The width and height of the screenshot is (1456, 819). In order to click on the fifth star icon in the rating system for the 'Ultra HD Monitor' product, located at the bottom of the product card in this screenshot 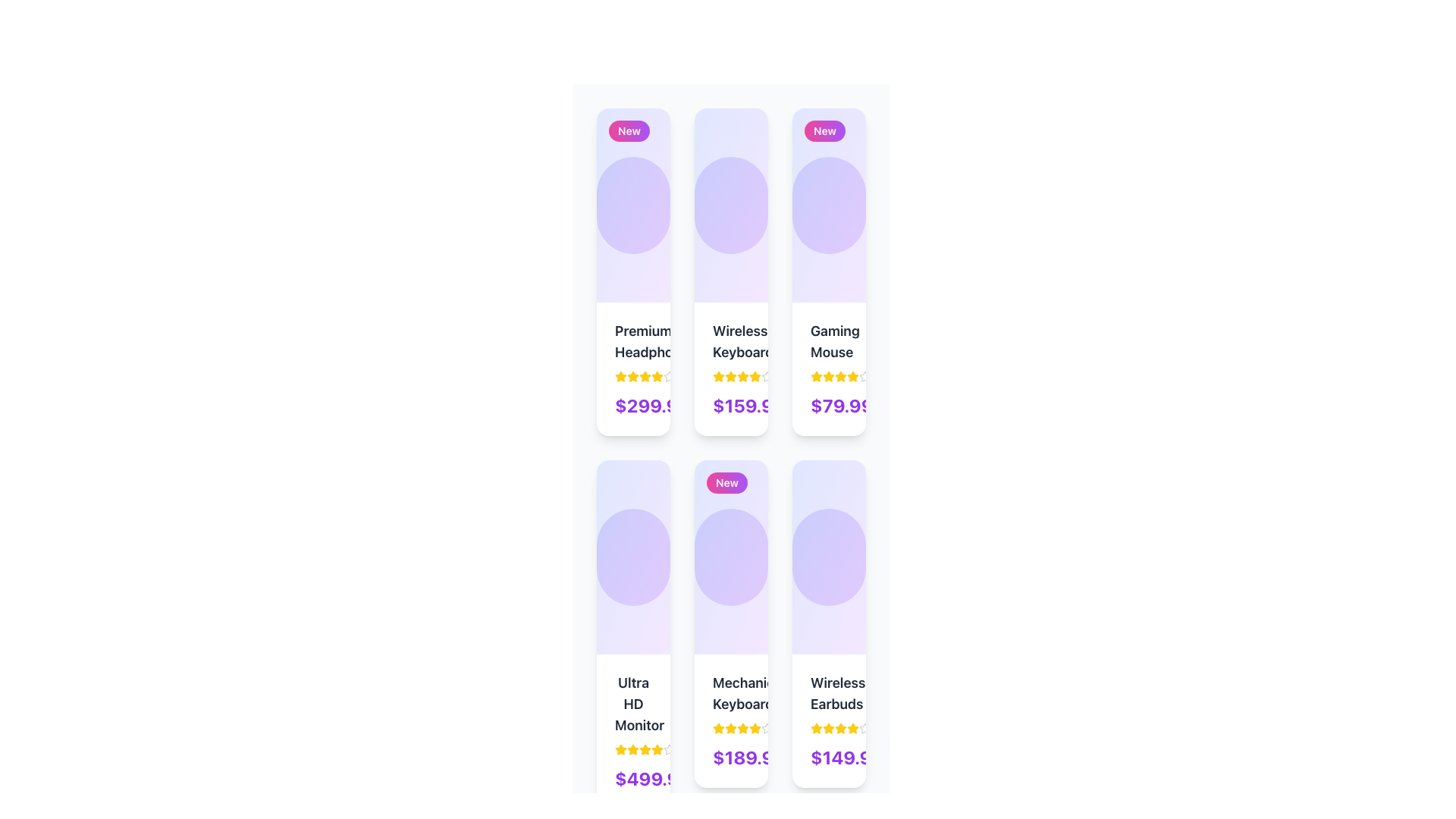, I will do `click(657, 748)`.